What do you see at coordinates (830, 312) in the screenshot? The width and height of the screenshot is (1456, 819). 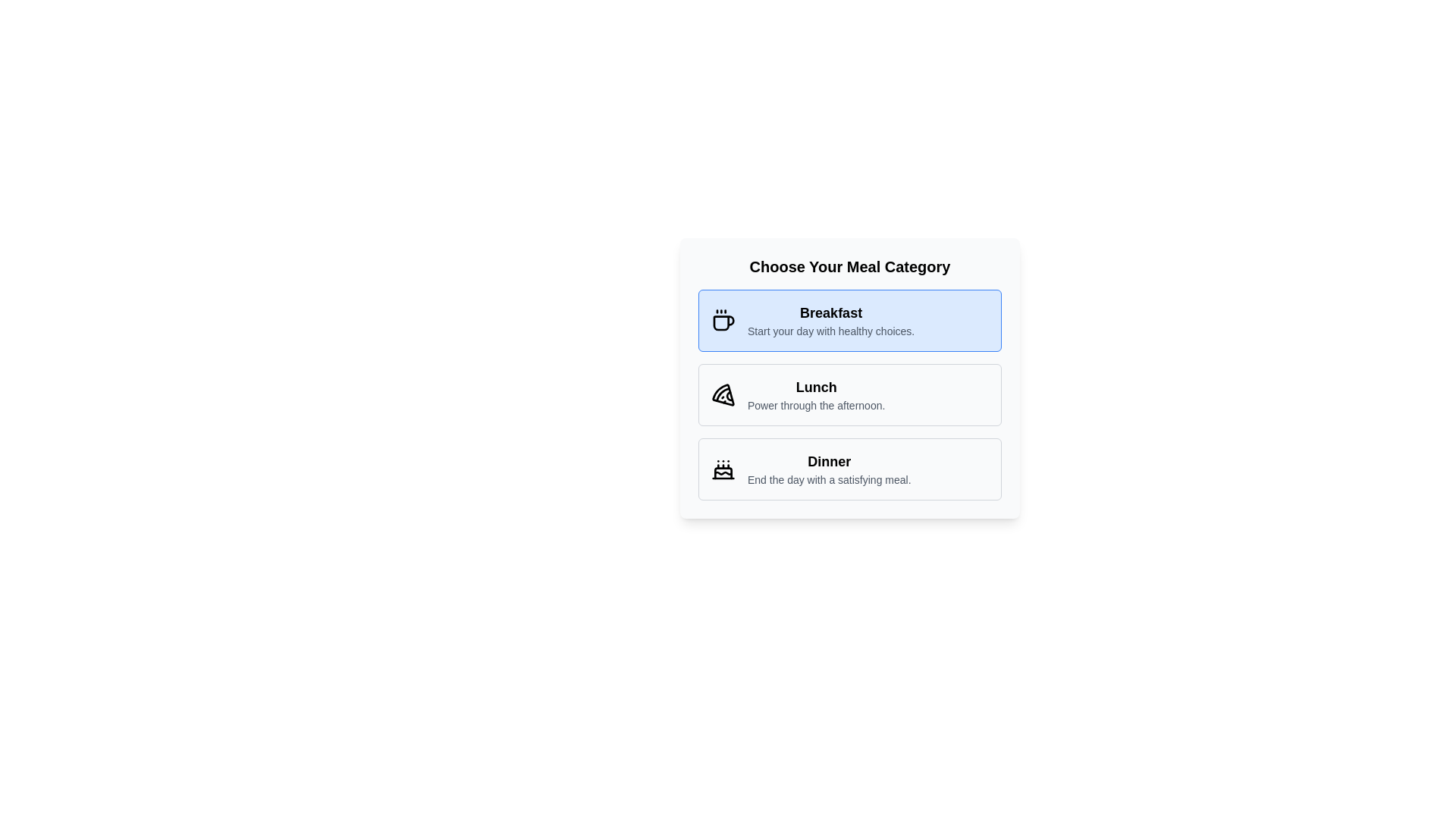 I see `the 'Breakfast' text label, which serves as a header for the meal category options, located at the top of the meal categories section` at bounding box center [830, 312].